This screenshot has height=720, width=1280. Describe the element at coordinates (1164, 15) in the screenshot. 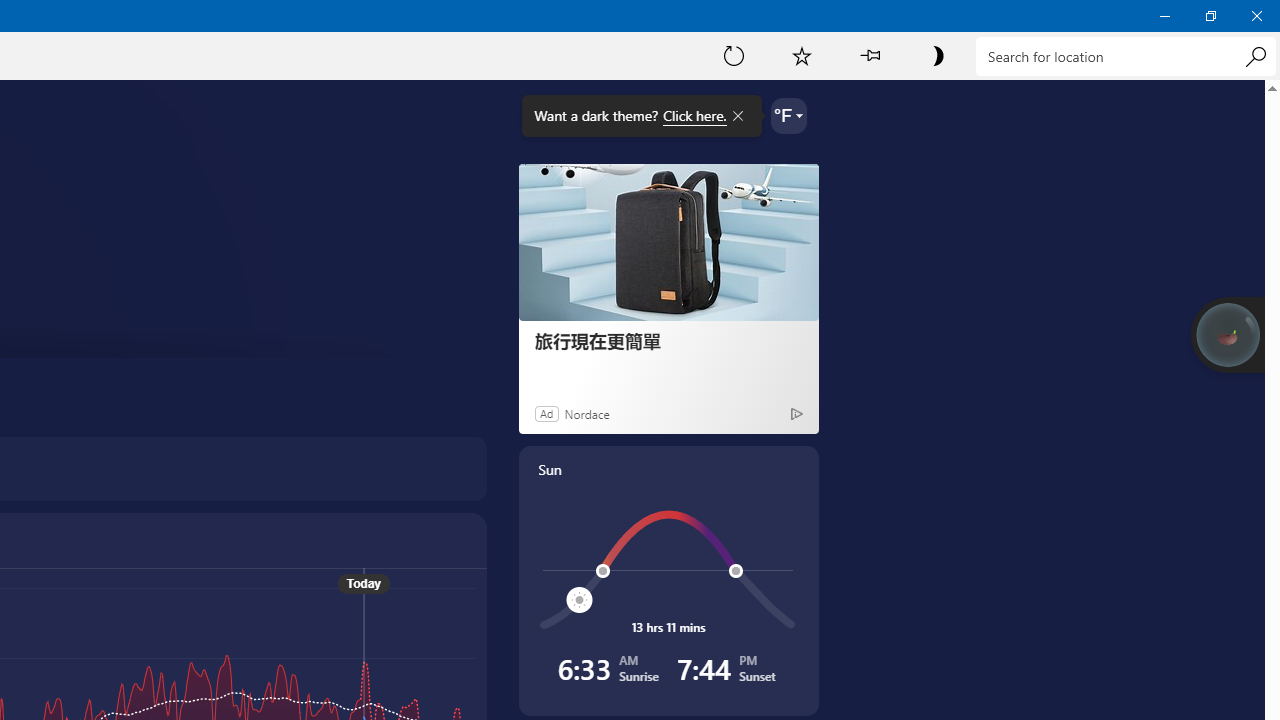

I see `'Minimize Weather'` at that location.